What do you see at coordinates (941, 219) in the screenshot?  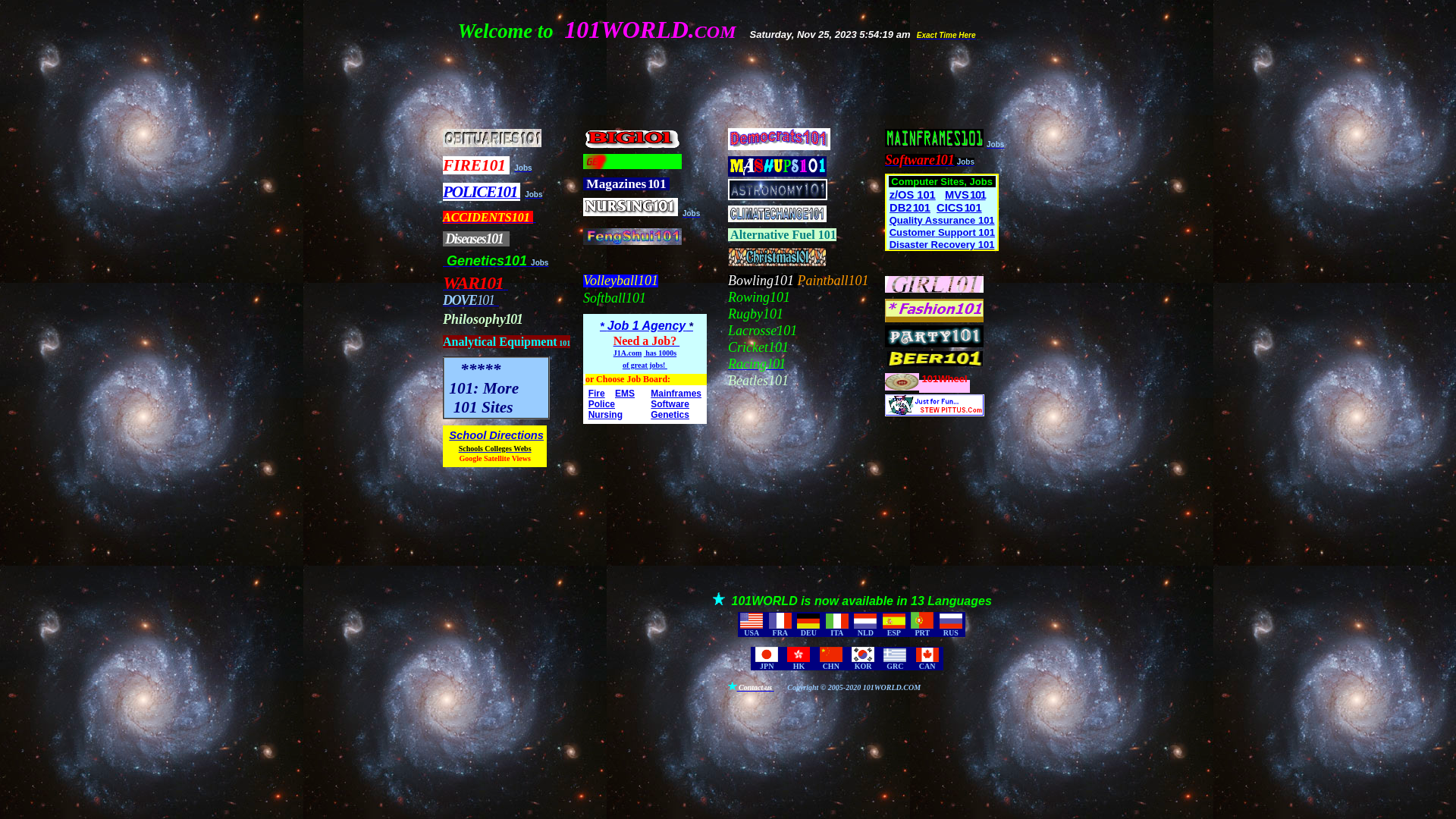 I see `'Quality Assurance 101'` at bounding box center [941, 219].